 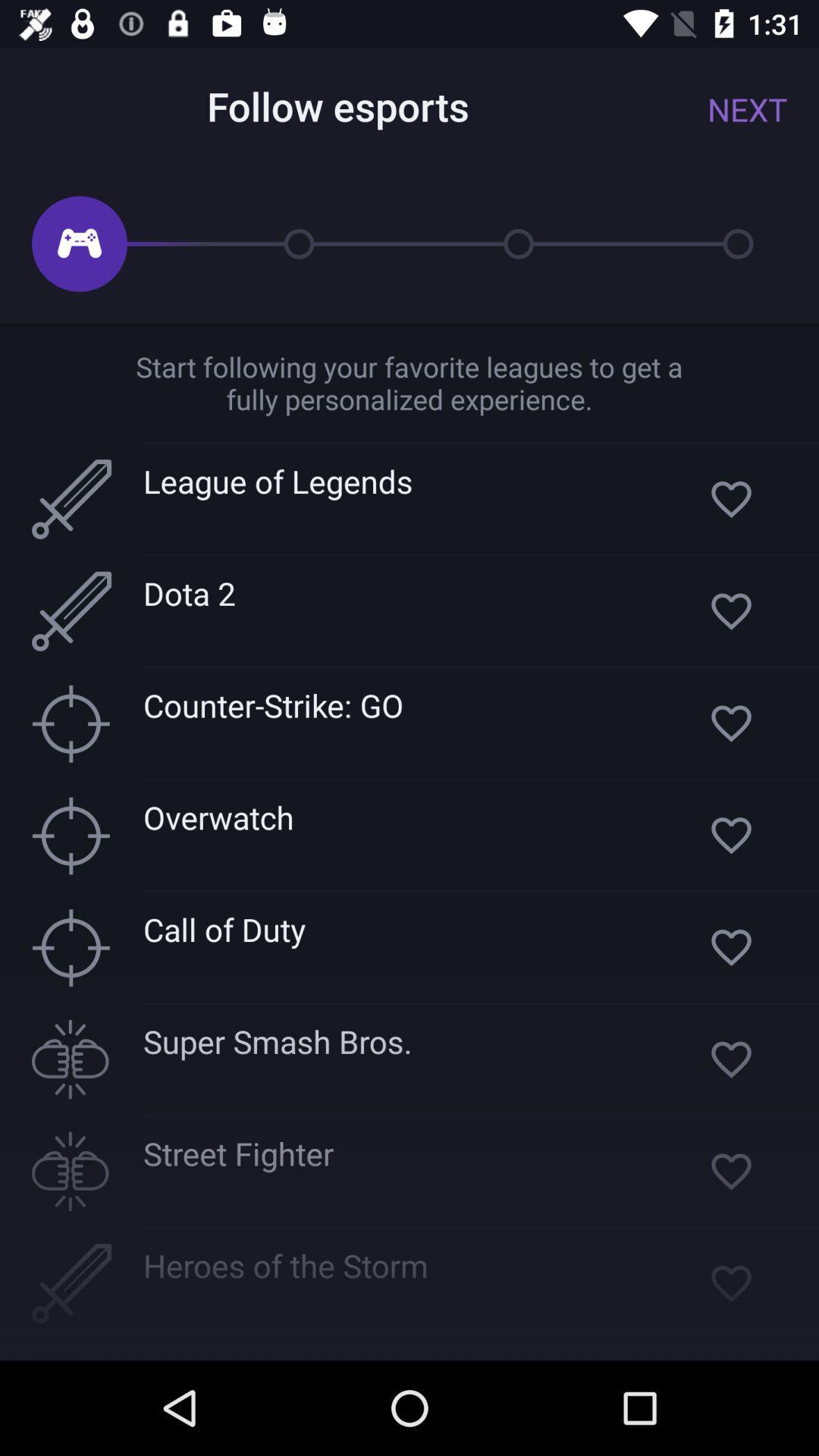 I want to click on the box beside league, so click(x=71, y=499).